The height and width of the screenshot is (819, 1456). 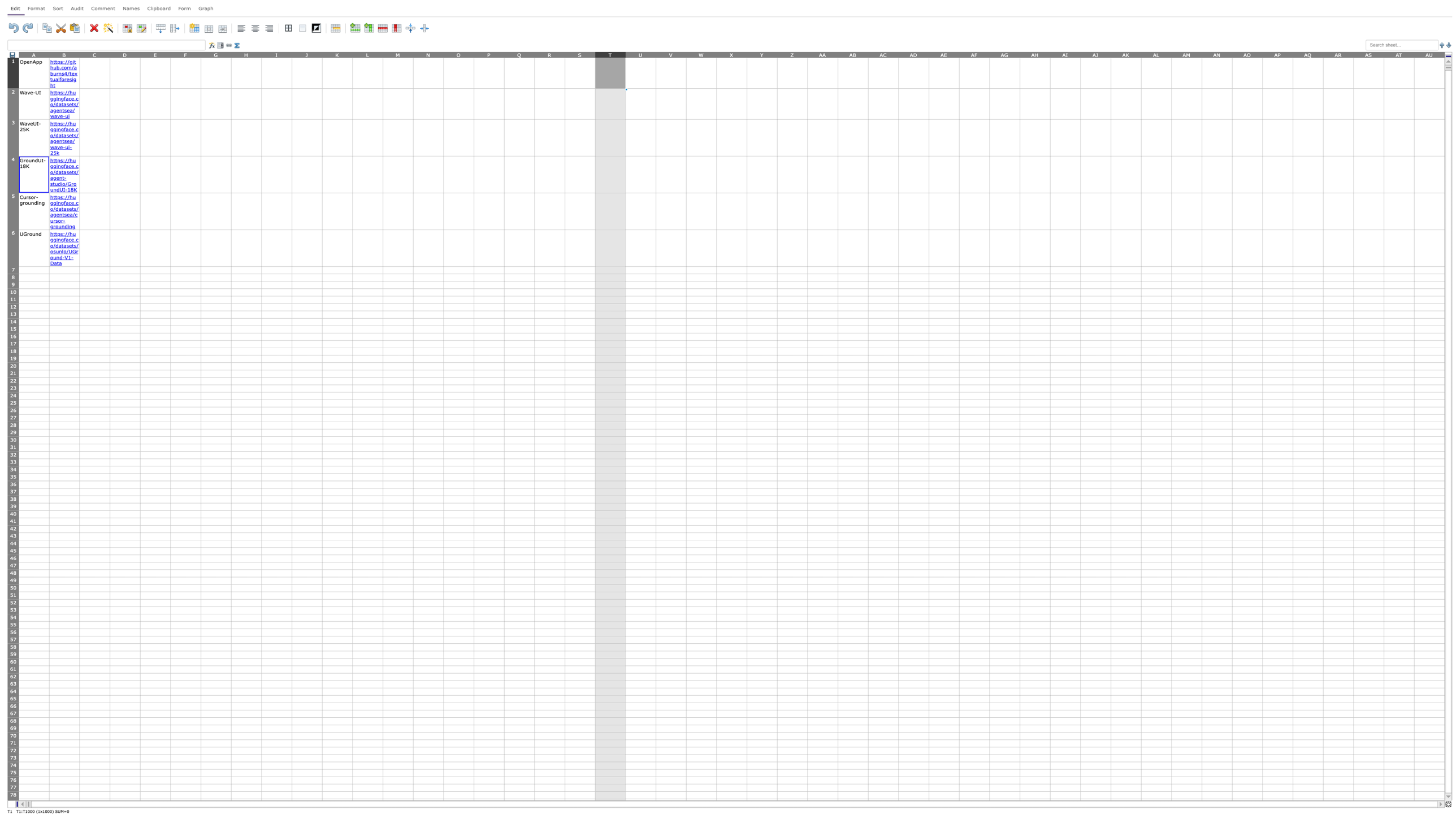 What do you see at coordinates (640, 54) in the screenshot?
I see `Move cursor to column U` at bounding box center [640, 54].